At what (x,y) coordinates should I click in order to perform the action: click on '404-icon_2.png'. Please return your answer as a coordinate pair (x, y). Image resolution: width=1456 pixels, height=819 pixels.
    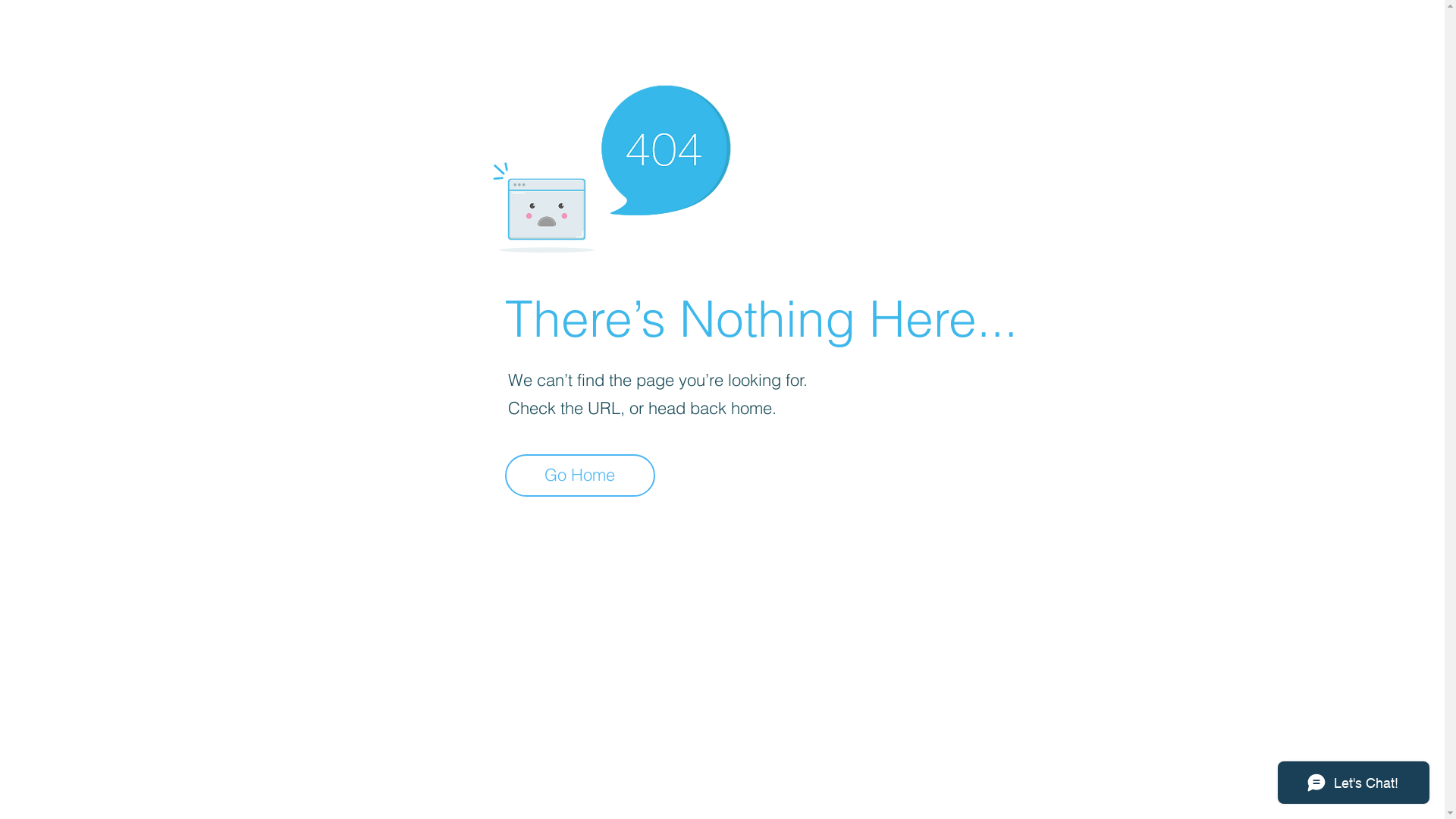
    Looking at the image, I should click on (610, 165).